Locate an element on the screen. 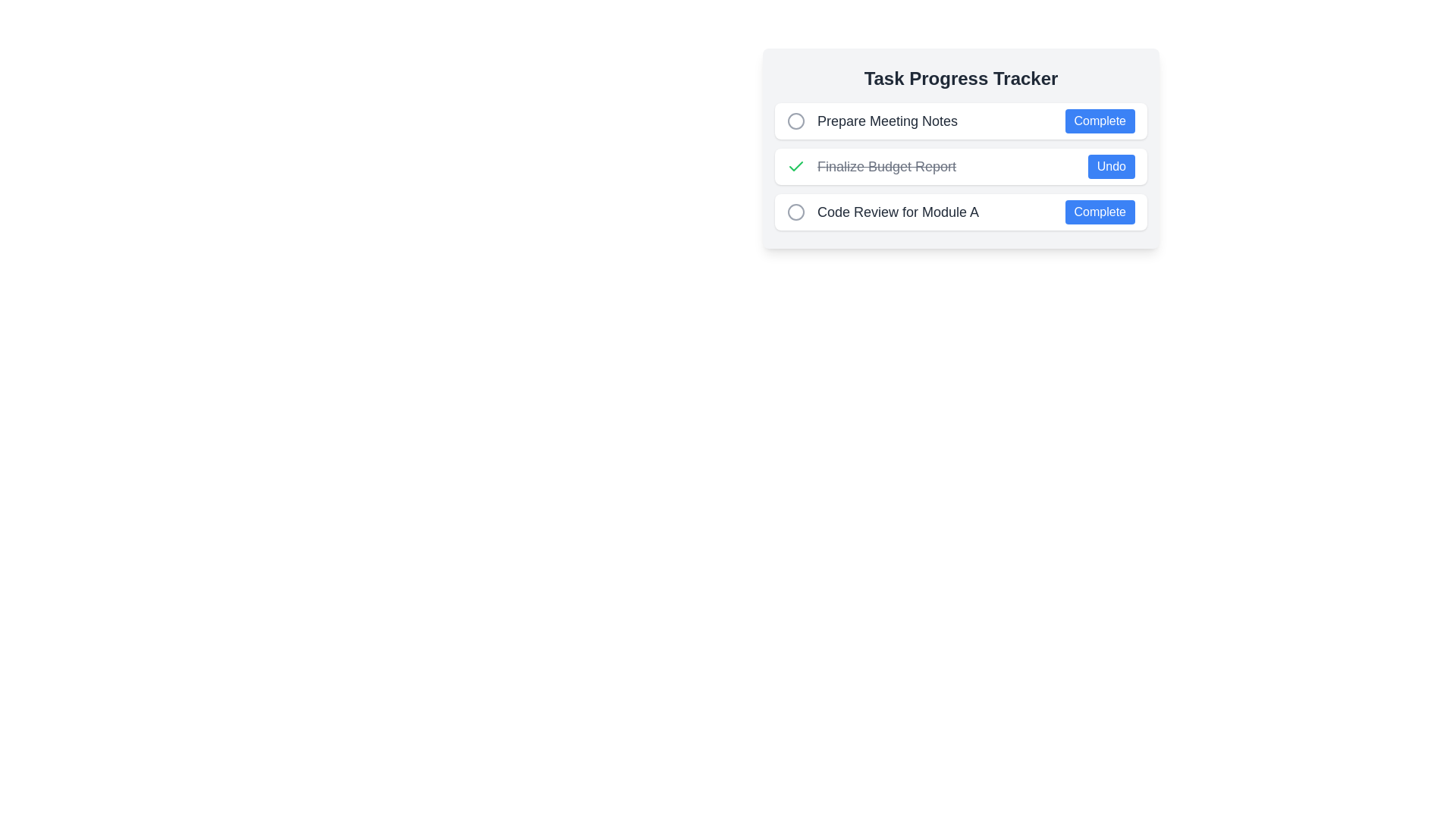  the graphical circle element within the SVG icon that indicates status, located to the left of the text 'Code Review for Module A' is located at coordinates (795, 212).